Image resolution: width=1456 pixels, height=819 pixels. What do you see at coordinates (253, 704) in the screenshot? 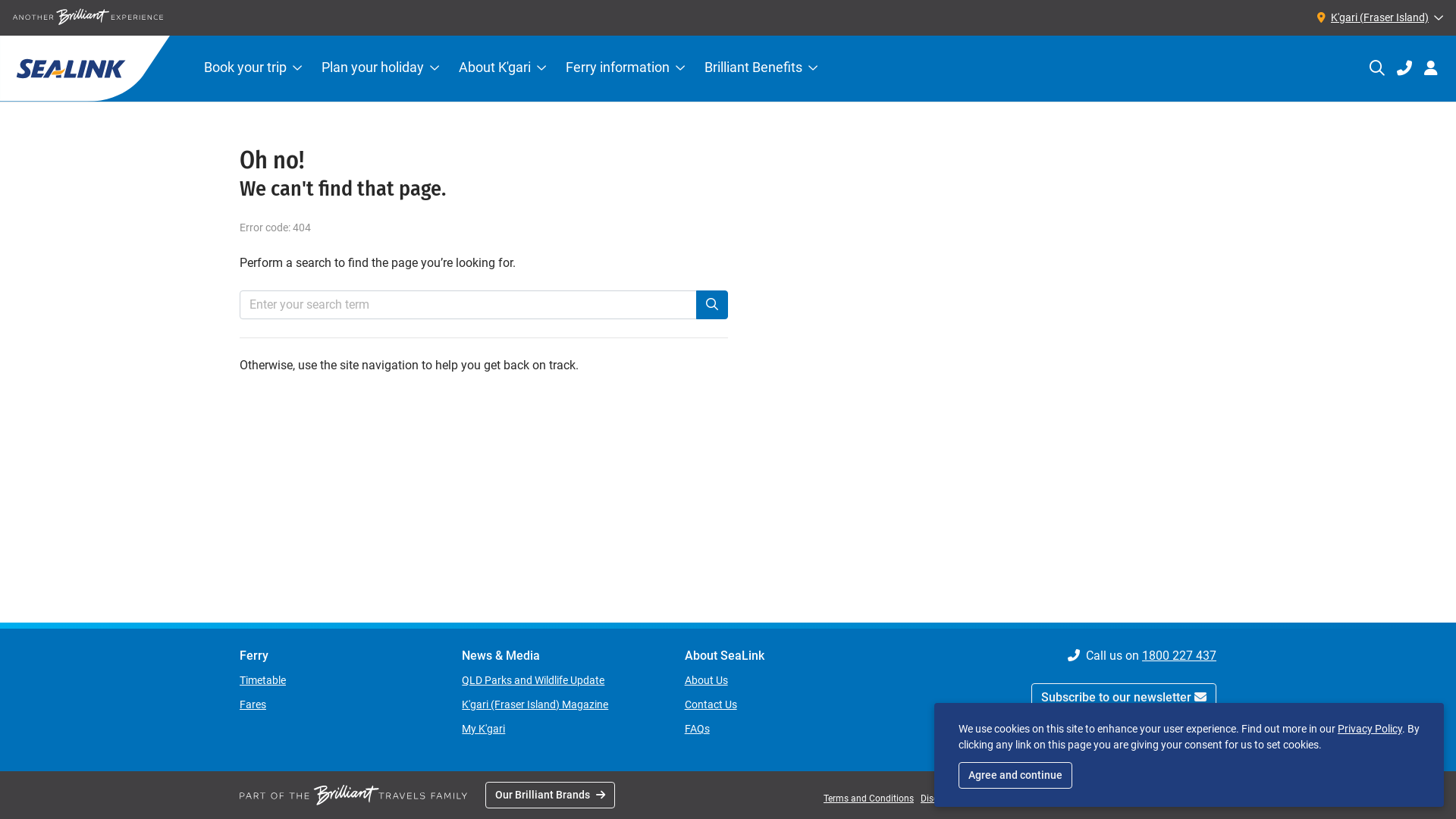
I see `'Fares'` at bounding box center [253, 704].